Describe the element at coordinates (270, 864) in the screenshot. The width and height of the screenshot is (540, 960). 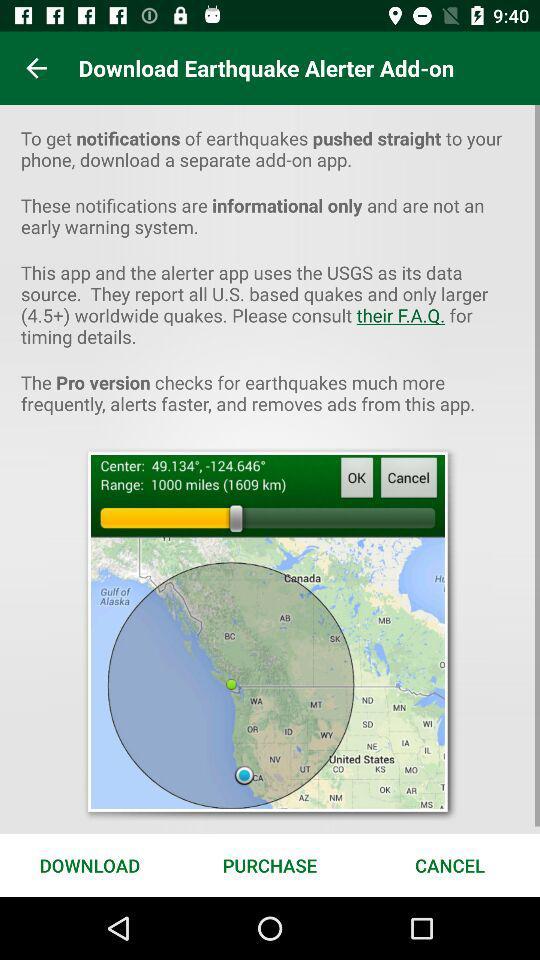
I see `the purchase` at that location.